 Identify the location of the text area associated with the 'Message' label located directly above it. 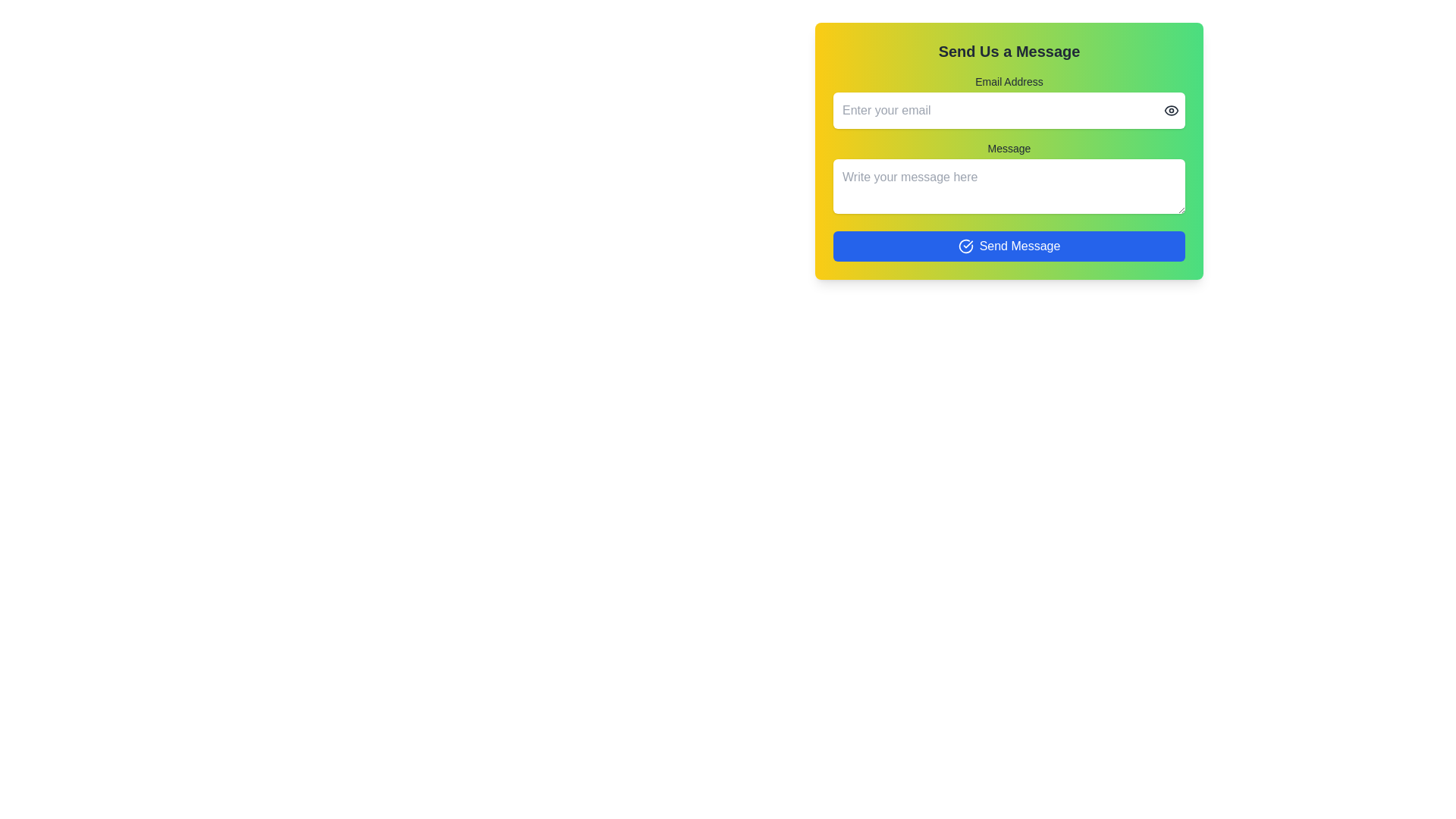
(1009, 149).